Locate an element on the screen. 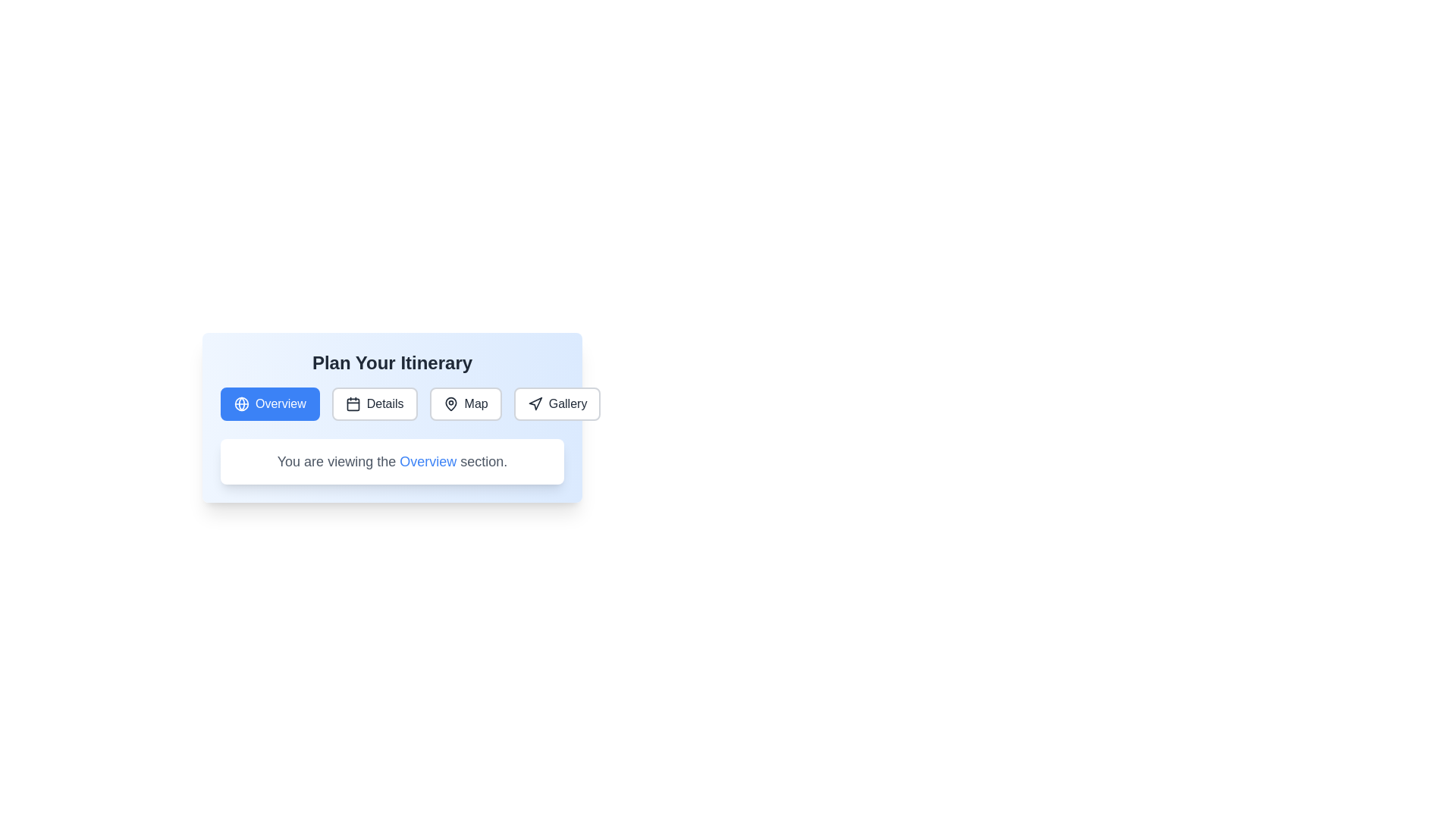 This screenshot has width=1456, height=819. the 'Map' button, which is the third button in a horizontal group of four buttons is located at coordinates (465, 403).